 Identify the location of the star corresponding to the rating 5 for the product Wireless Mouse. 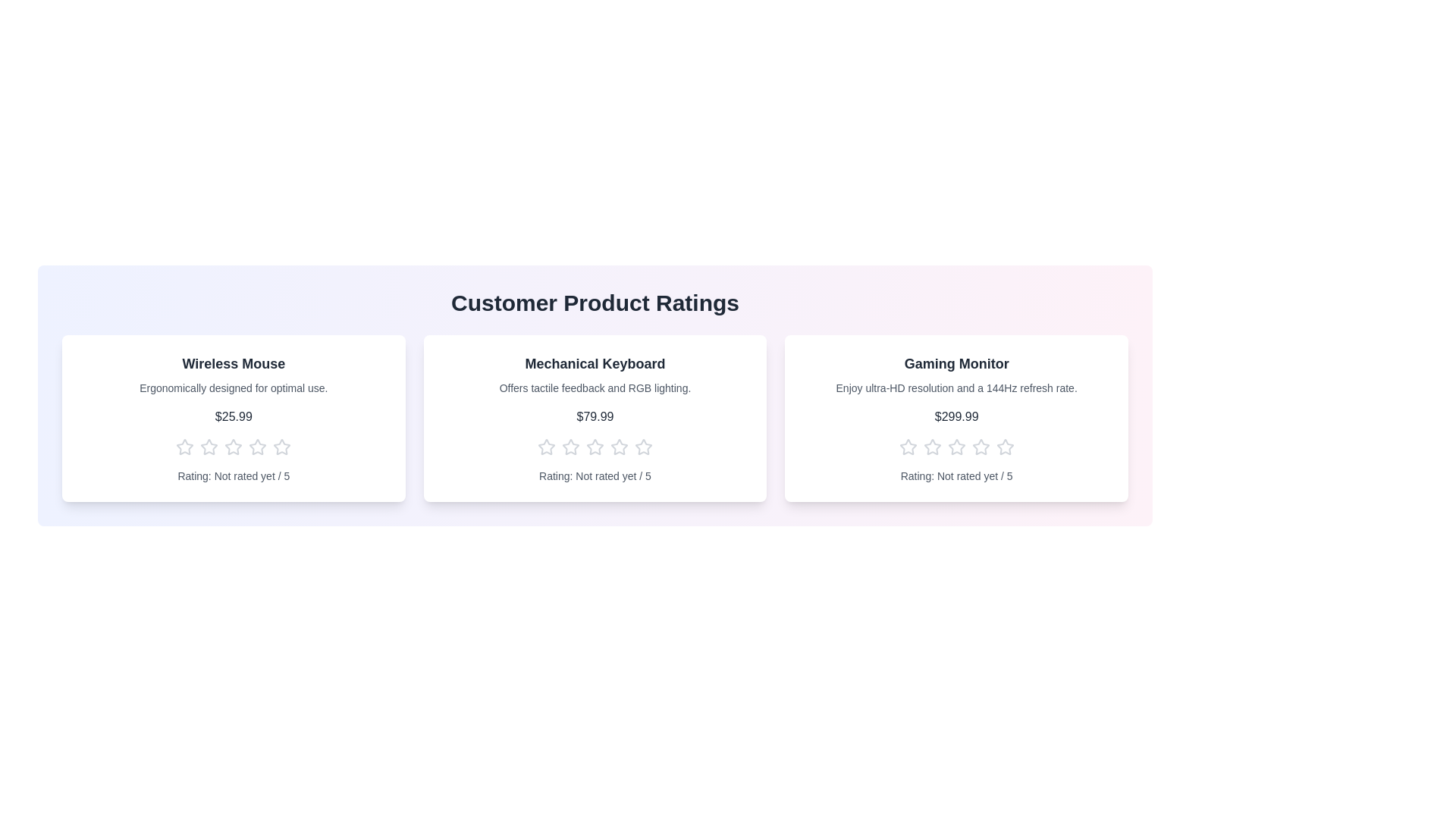
(282, 447).